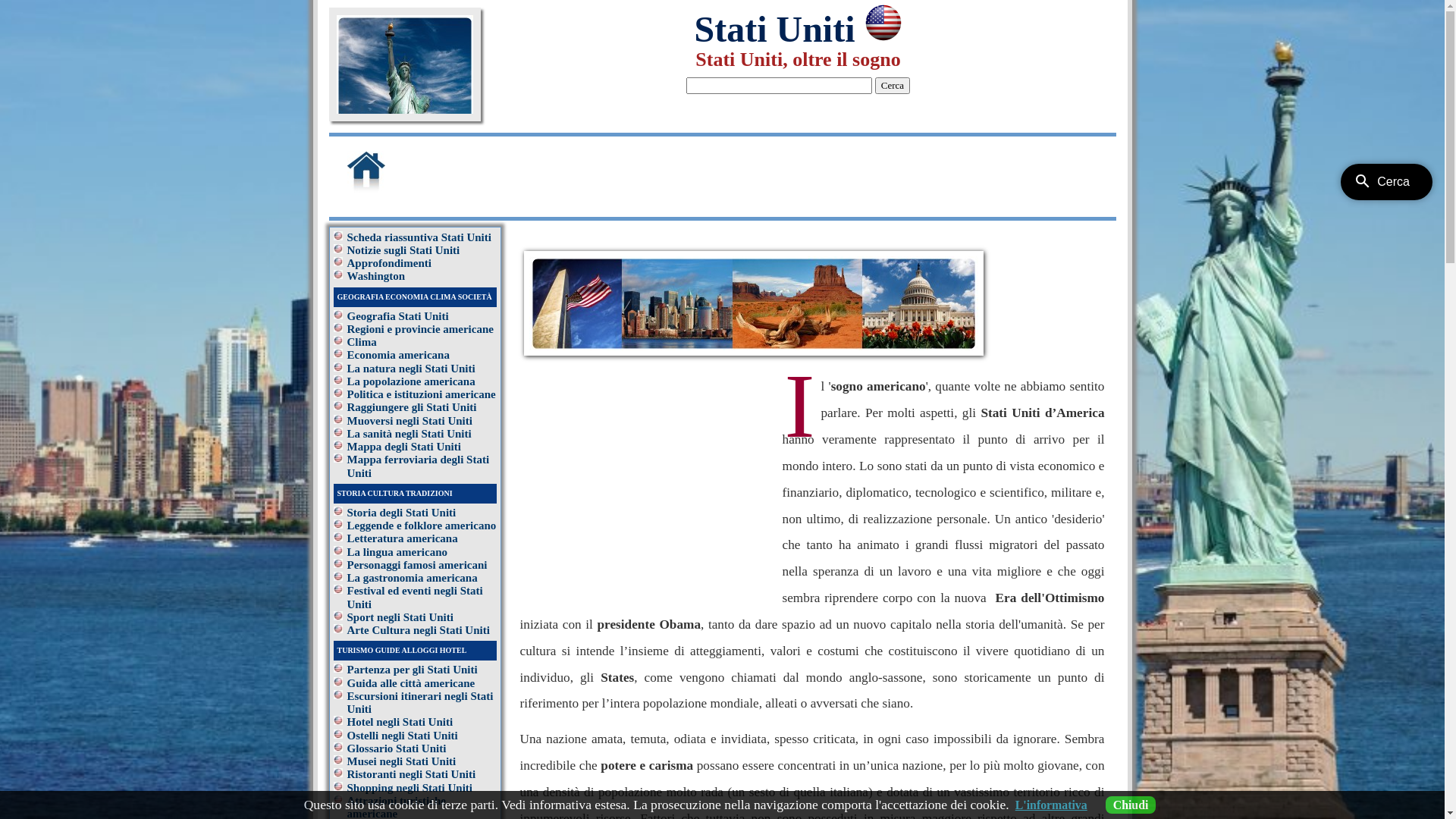  I want to click on 'Economia americana', so click(346, 354).